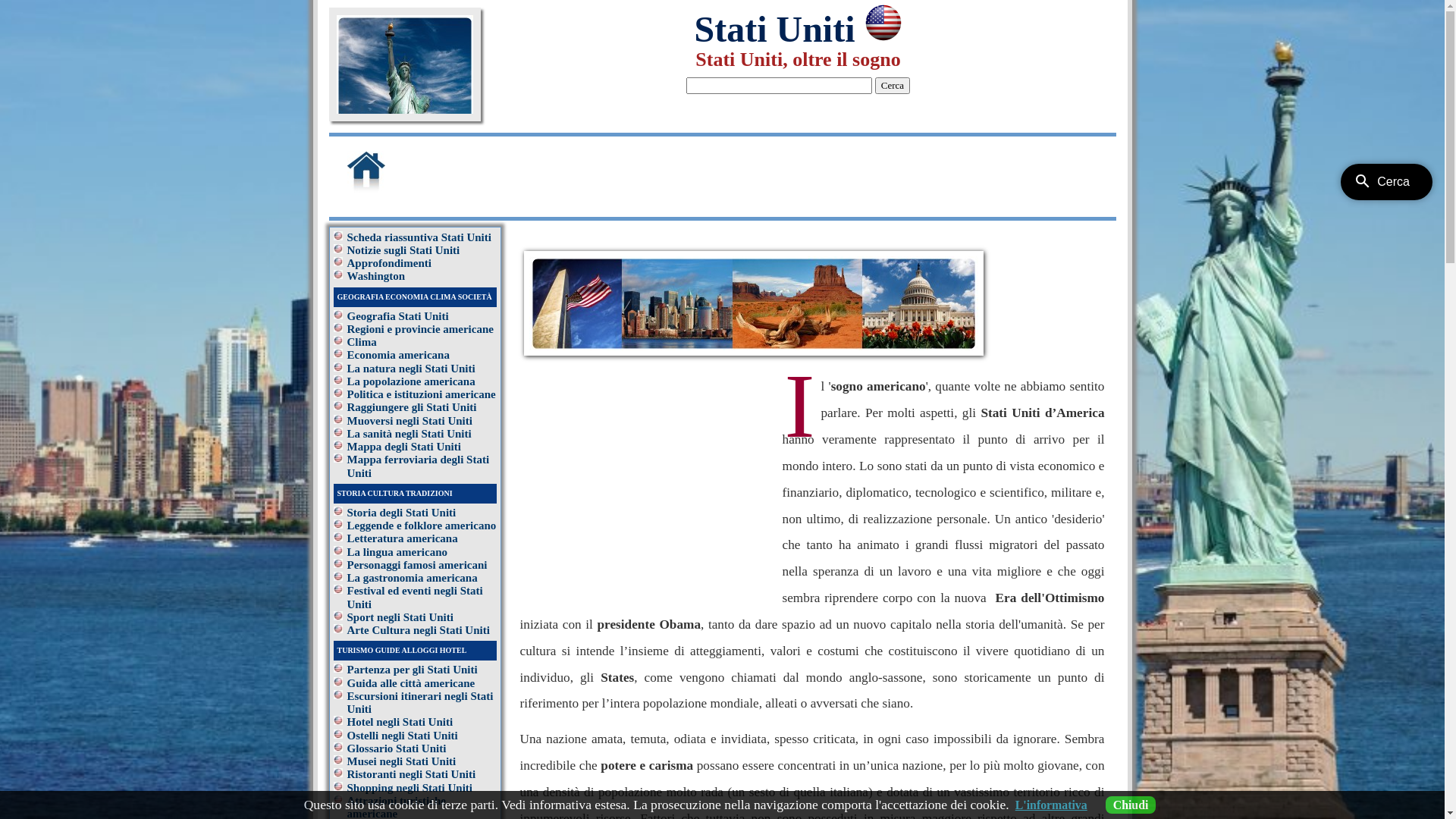  I want to click on 'Economia americana', so click(346, 354).